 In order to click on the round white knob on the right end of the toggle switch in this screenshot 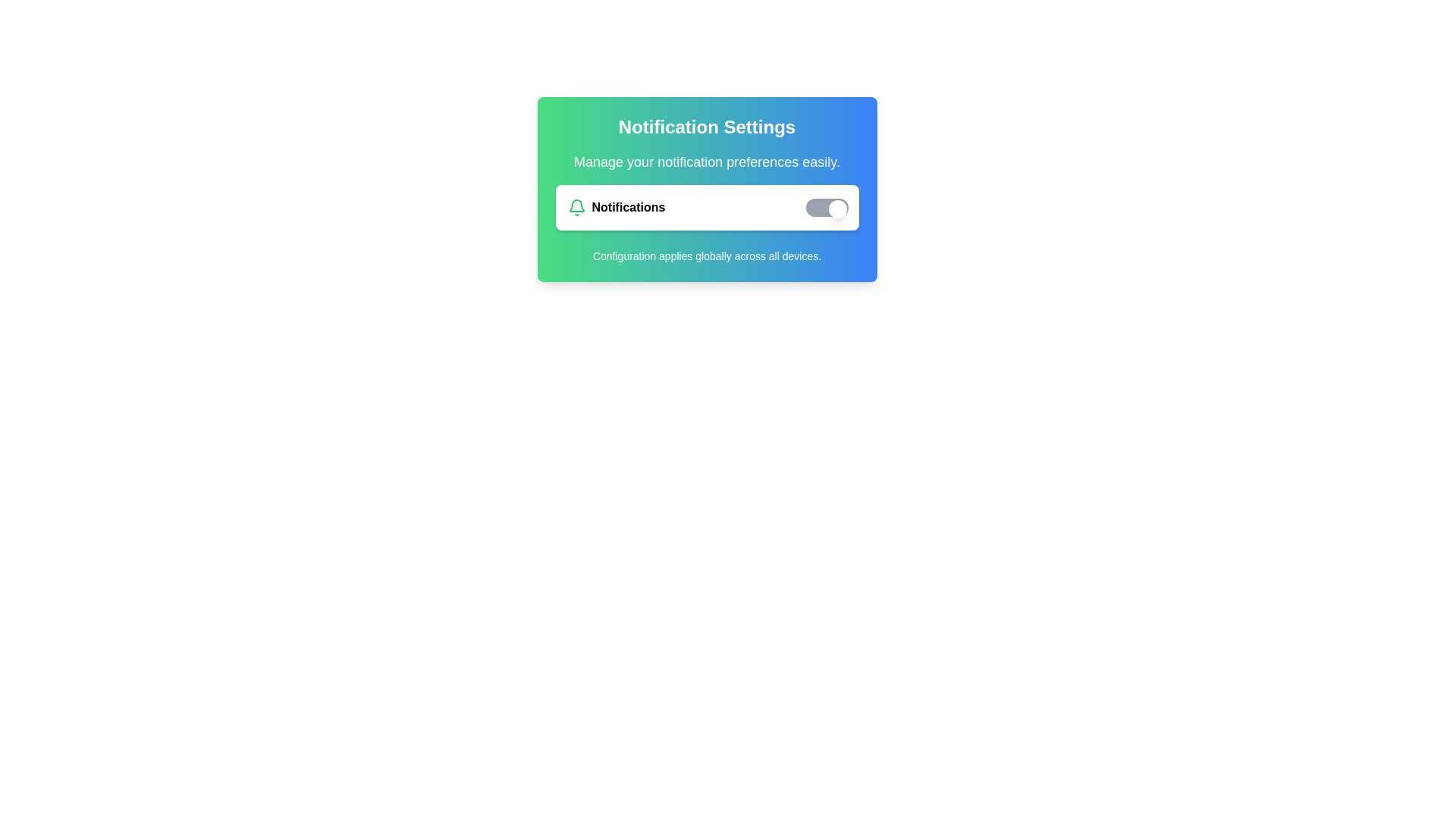, I will do `click(836, 209)`.